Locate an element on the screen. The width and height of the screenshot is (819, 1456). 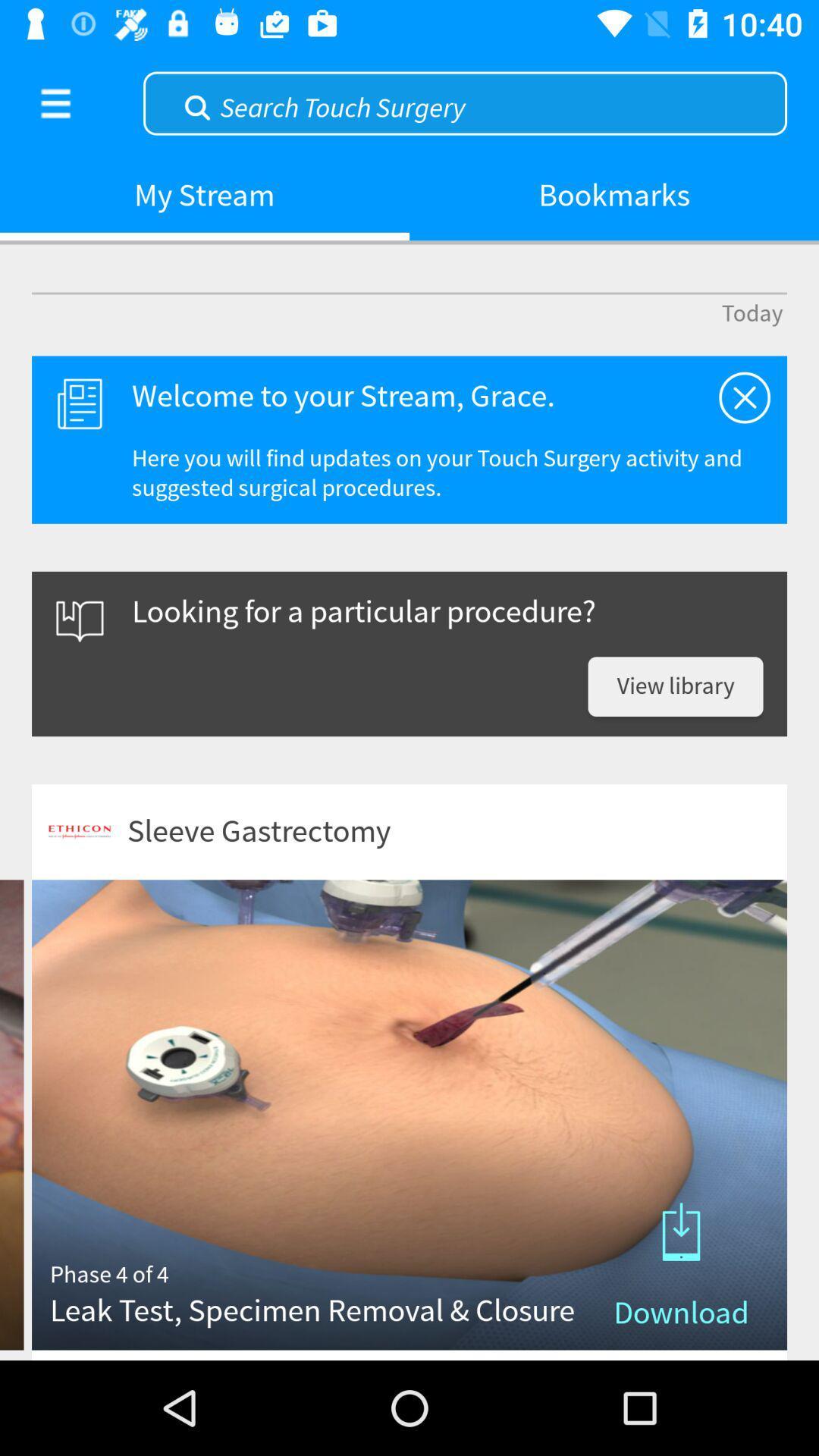
remove message from my stream is located at coordinates (744, 397).